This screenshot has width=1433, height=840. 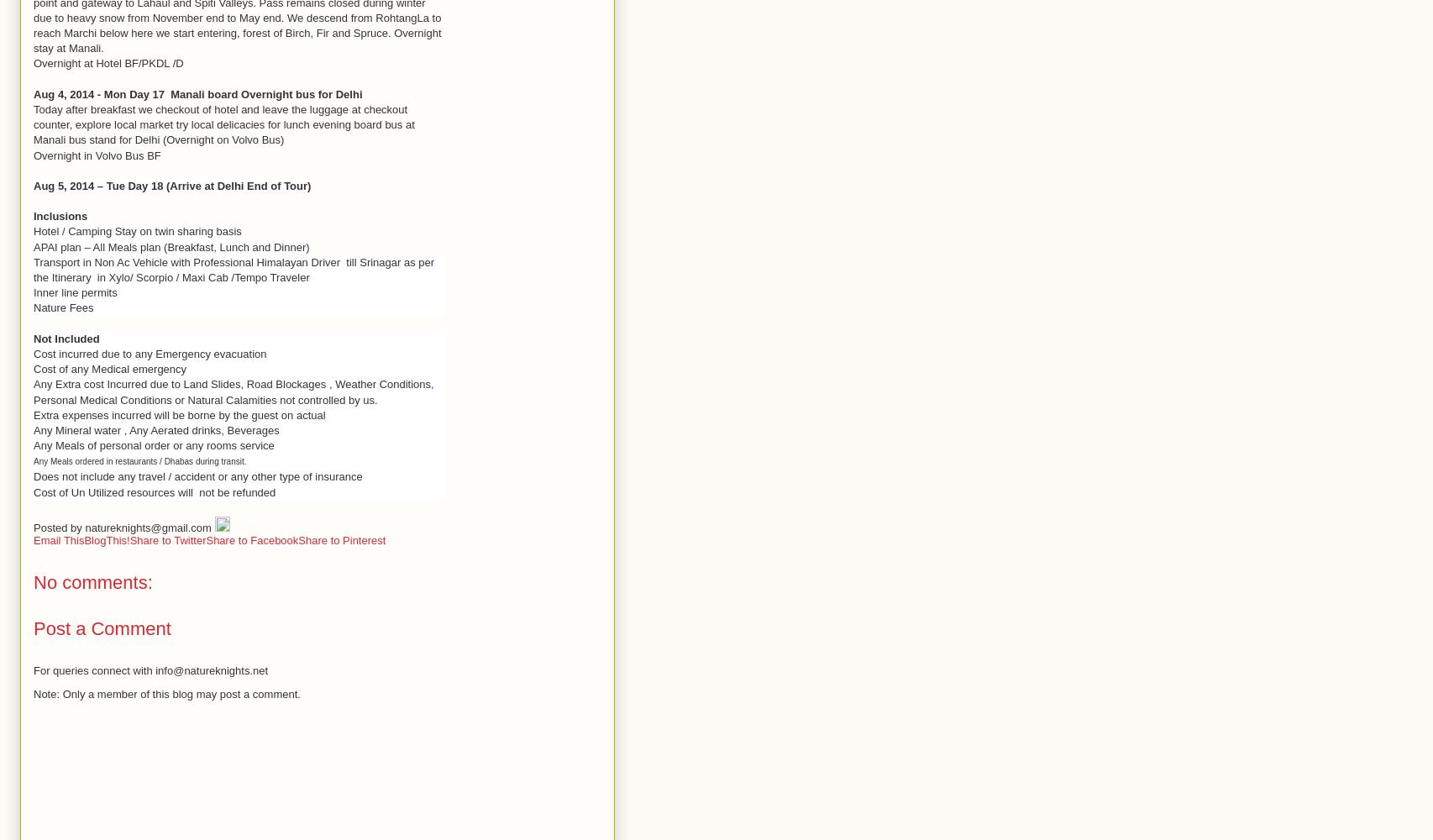 I want to click on 'Aug 5, 2014 – Tue Day 18 (Arrive at Delhi End of Tour)', so click(x=172, y=184).